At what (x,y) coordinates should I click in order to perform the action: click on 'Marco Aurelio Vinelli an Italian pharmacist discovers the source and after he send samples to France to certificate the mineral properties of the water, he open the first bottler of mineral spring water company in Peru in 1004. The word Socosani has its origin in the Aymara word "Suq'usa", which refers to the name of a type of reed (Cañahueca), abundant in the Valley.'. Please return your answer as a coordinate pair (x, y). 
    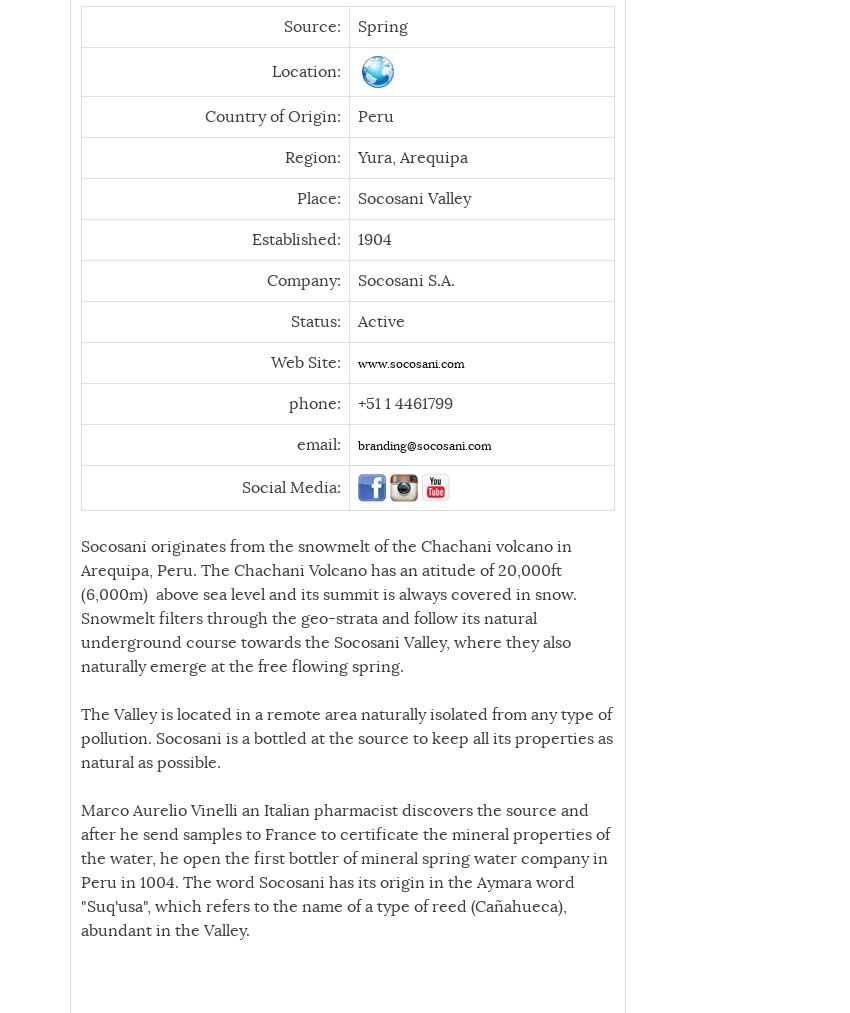
    Looking at the image, I should click on (344, 868).